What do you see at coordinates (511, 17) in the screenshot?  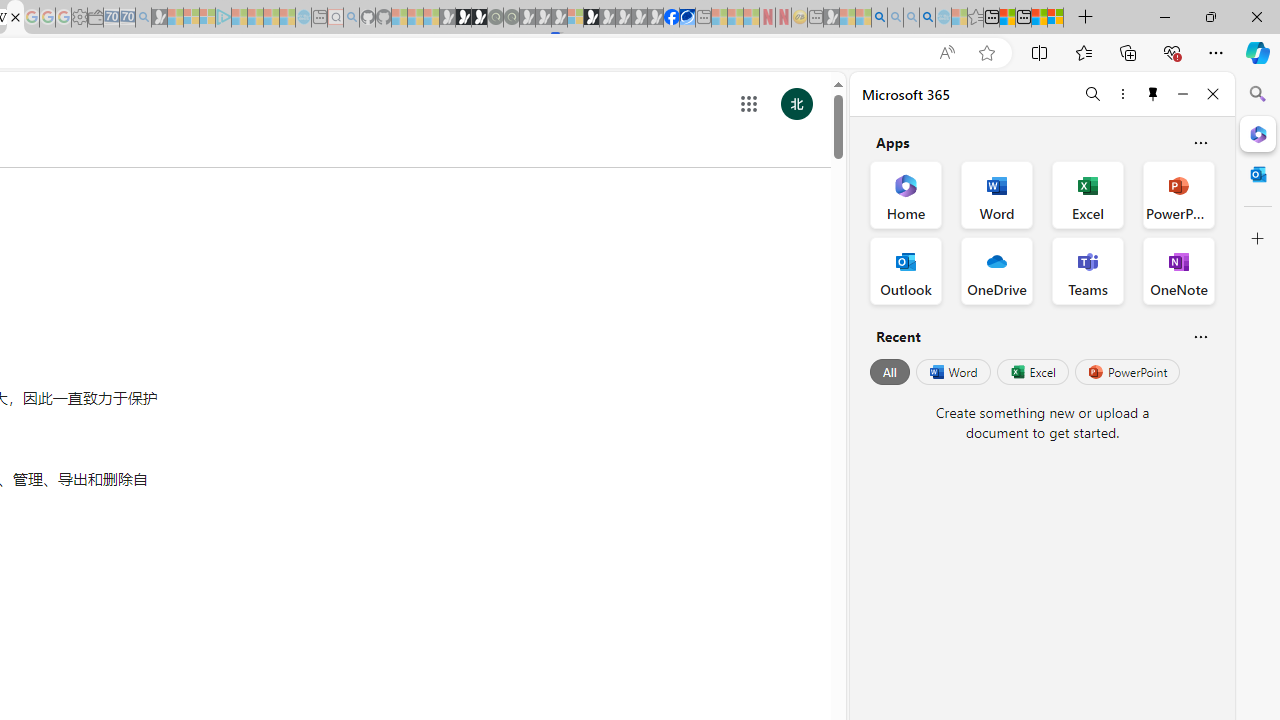 I see `'Future Focus Report 2024 - Sleeping'` at bounding box center [511, 17].